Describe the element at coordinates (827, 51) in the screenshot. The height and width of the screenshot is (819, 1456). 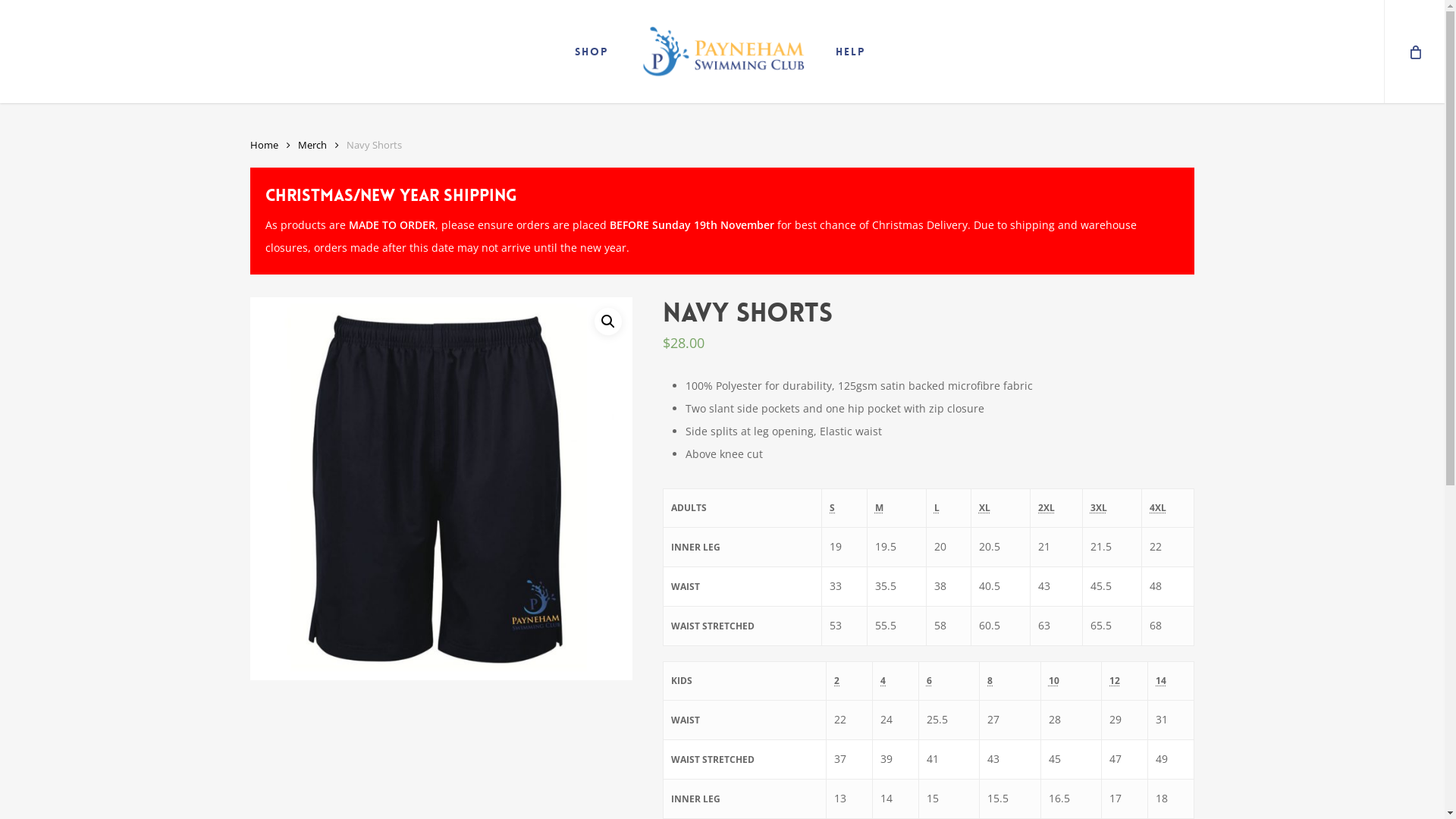
I see `'Help'` at that location.